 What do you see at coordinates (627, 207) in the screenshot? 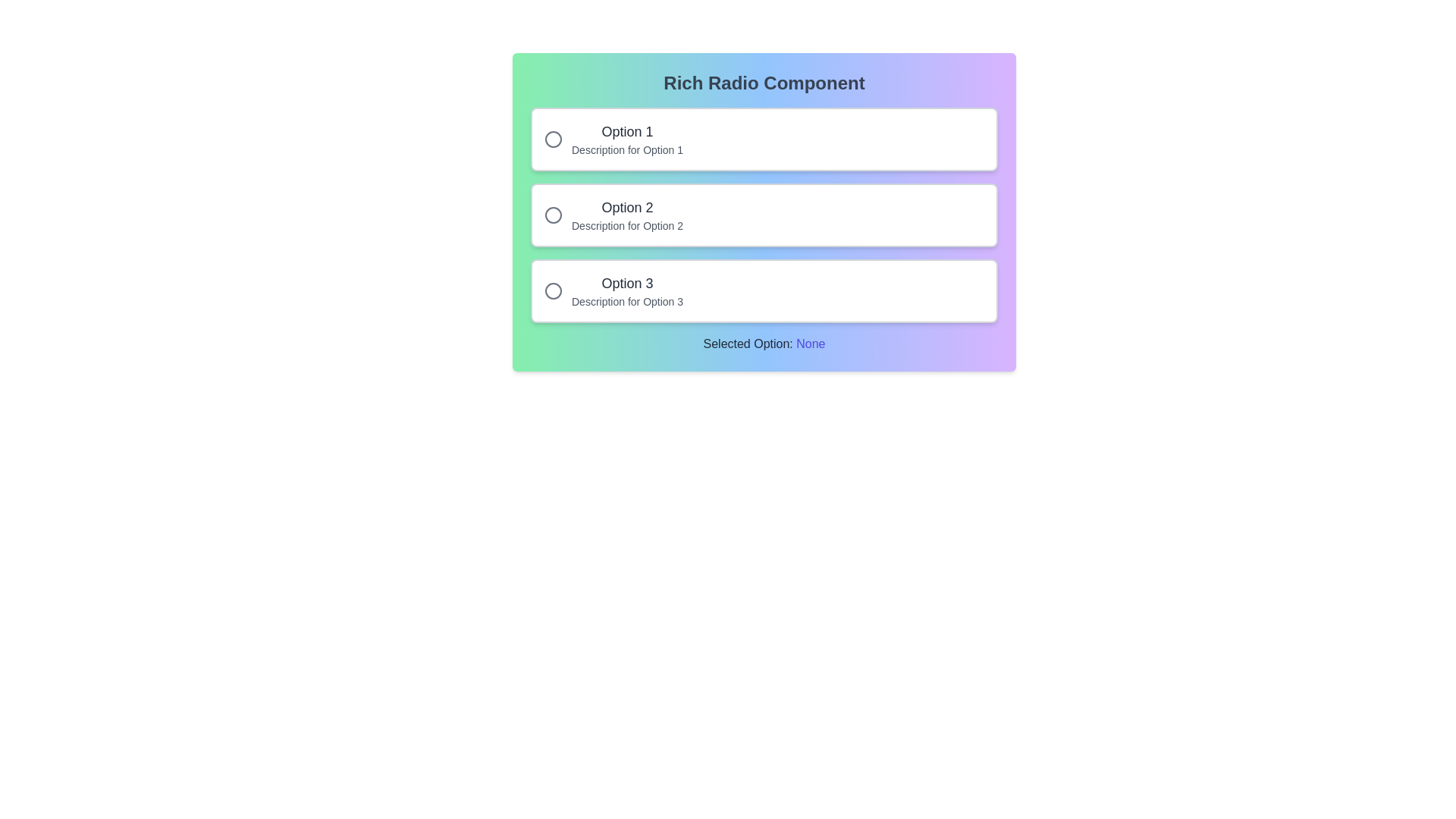
I see `text label that serves as the title for the second option in a vertically aligned list, located above the description text for Option 2` at bounding box center [627, 207].